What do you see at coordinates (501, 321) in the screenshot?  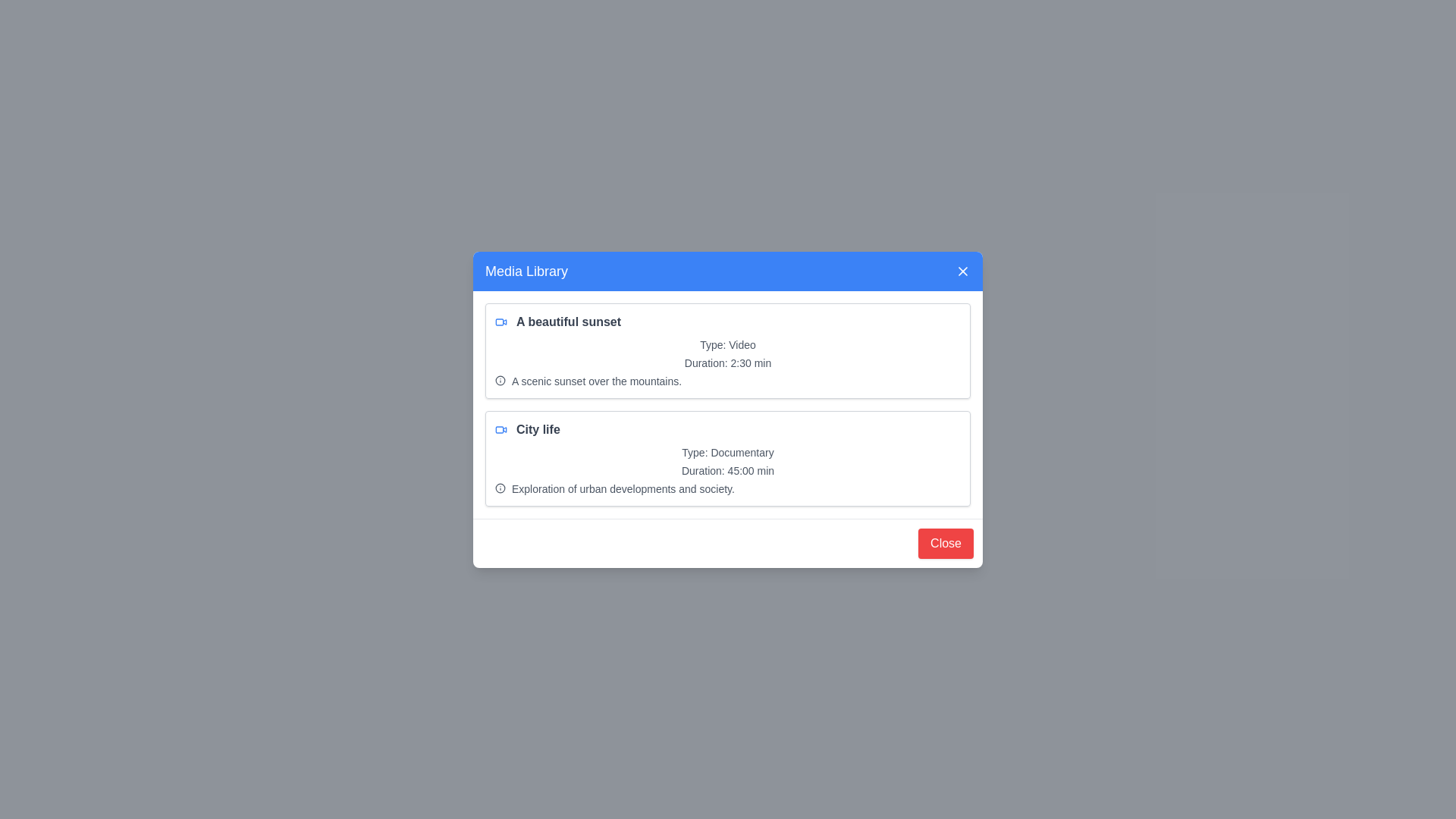 I see `the video content icon located at the leftmost side of the title bar for 'A beautiful sunset' in the media list` at bounding box center [501, 321].